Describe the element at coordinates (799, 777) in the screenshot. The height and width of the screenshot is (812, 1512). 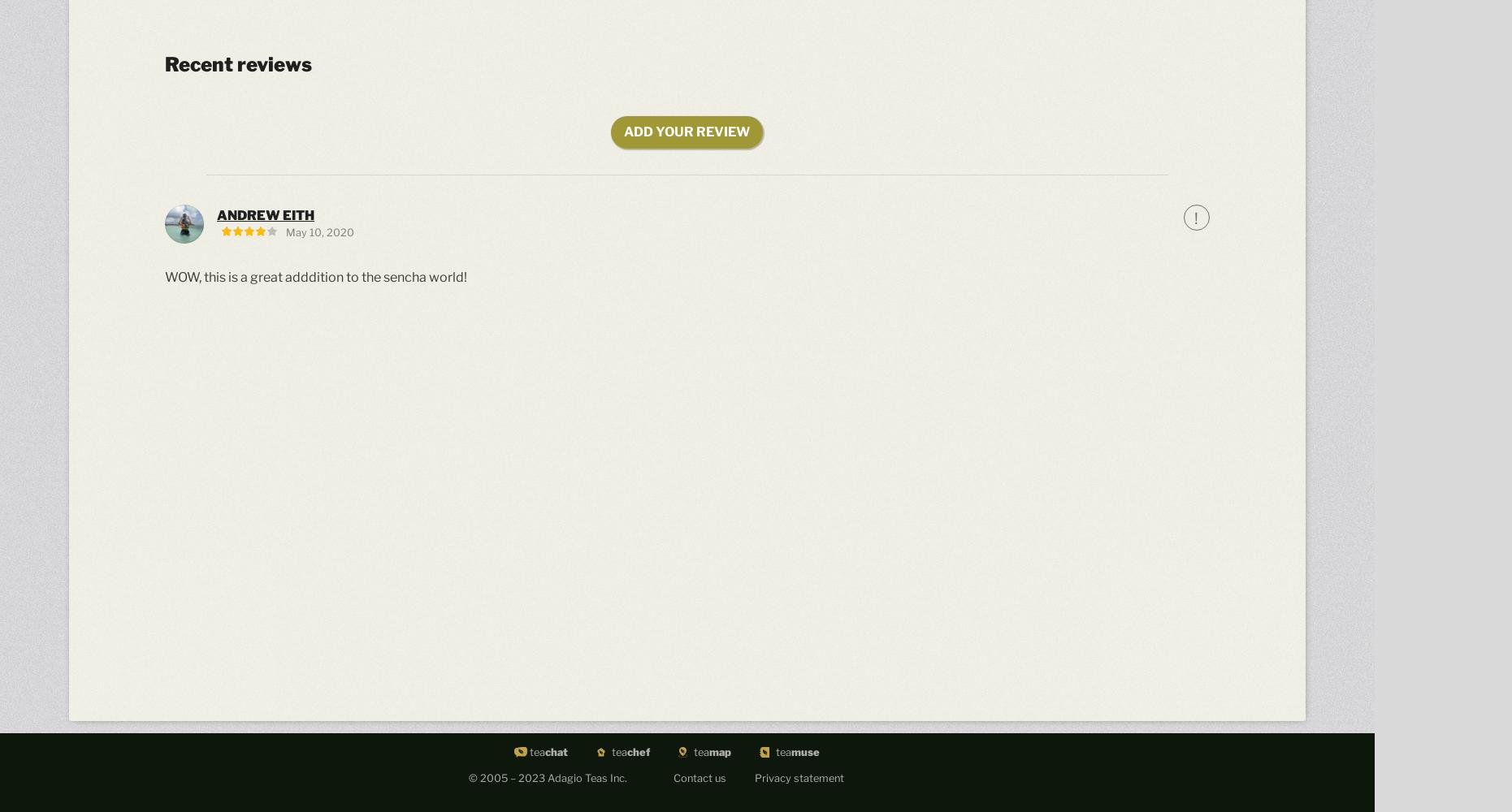
I see `'Privacy statement'` at that location.